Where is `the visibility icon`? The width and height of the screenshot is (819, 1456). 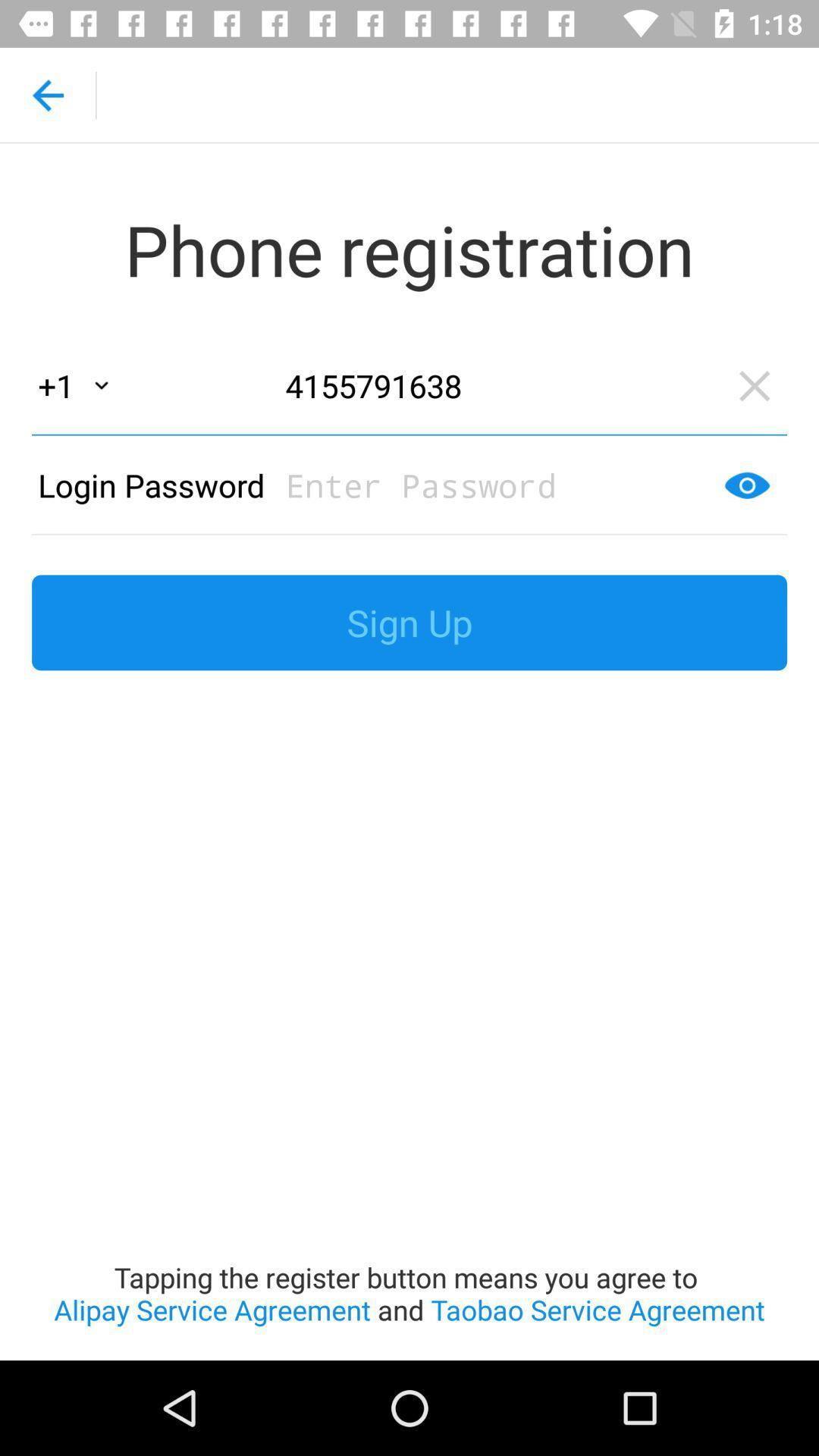
the visibility icon is located at coordinates (746, 485).